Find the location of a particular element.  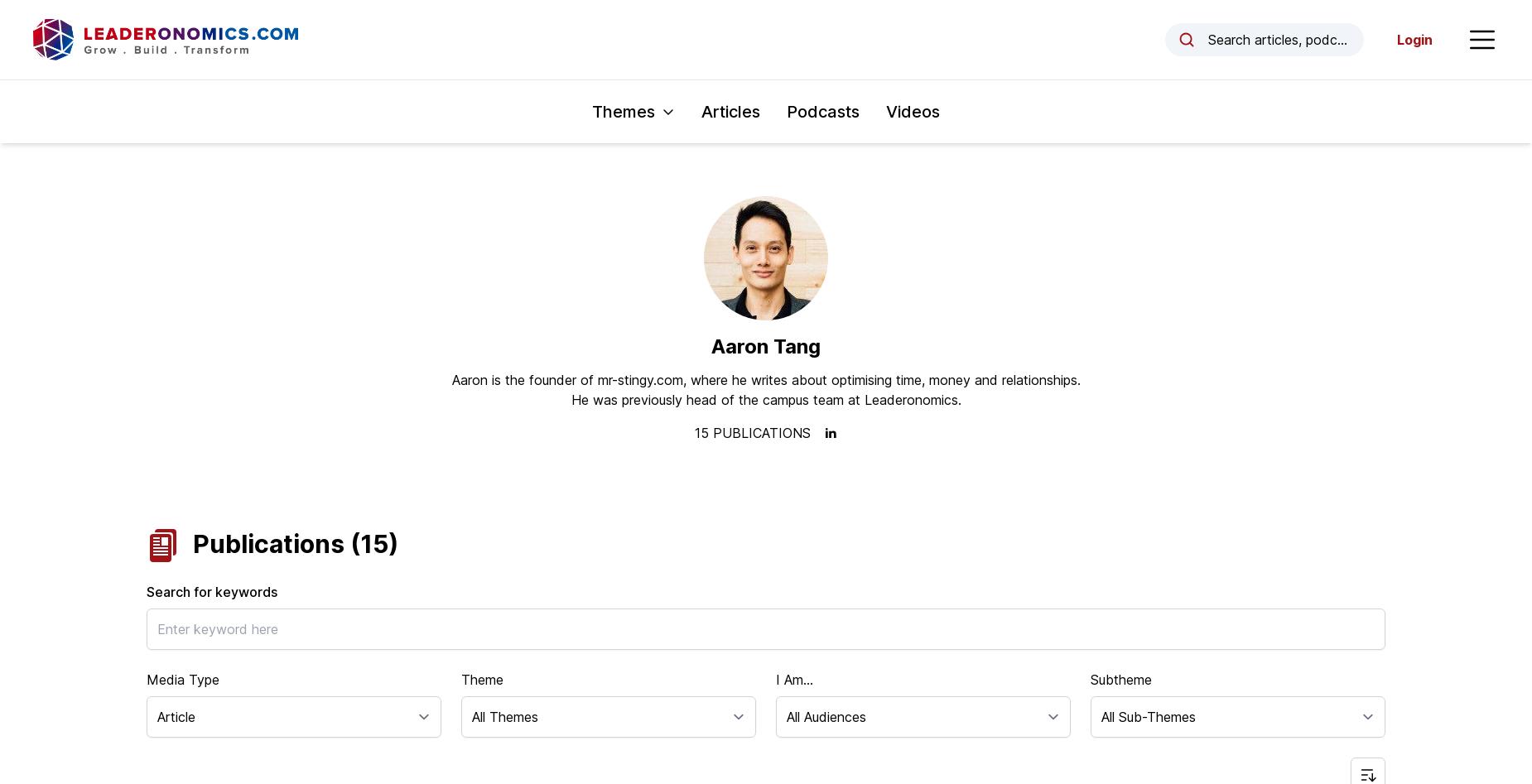

'Videos' is located at coordinates (912, 111).